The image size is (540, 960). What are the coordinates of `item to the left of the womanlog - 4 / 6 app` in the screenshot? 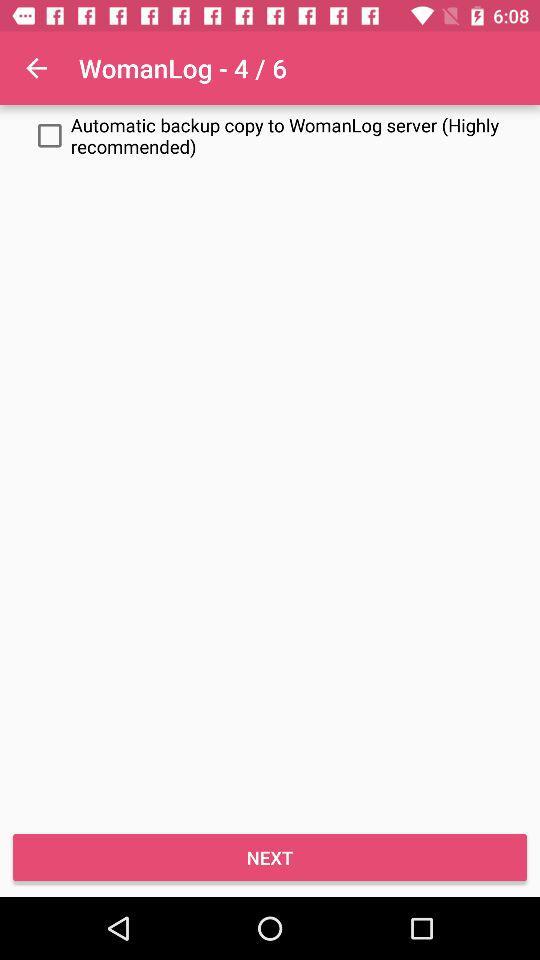 It's located at (36, 68).